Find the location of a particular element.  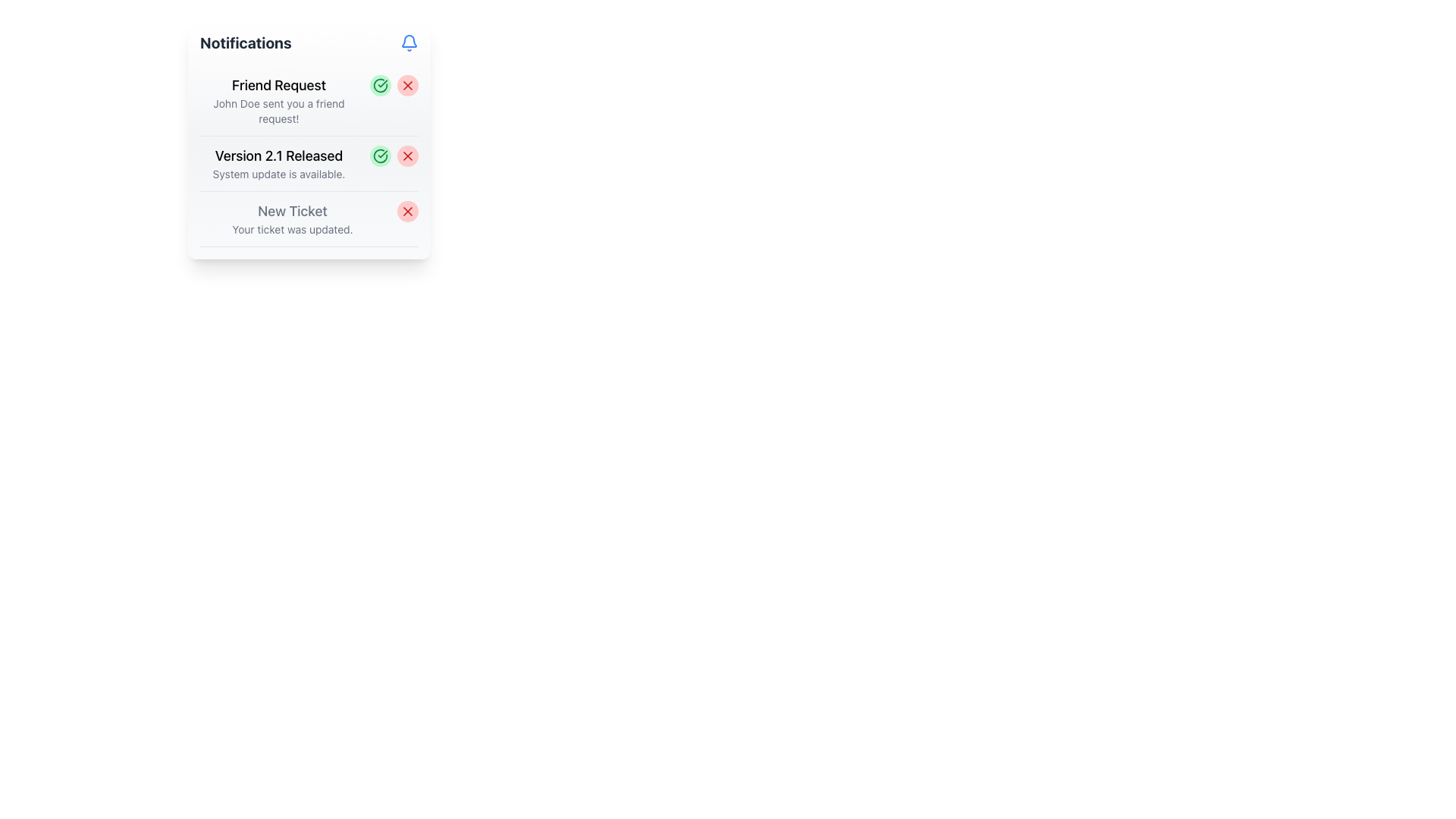

the close button located to the right of the text 'Version 2.1 Released' in the notification list is located at coordinates (407, 155).